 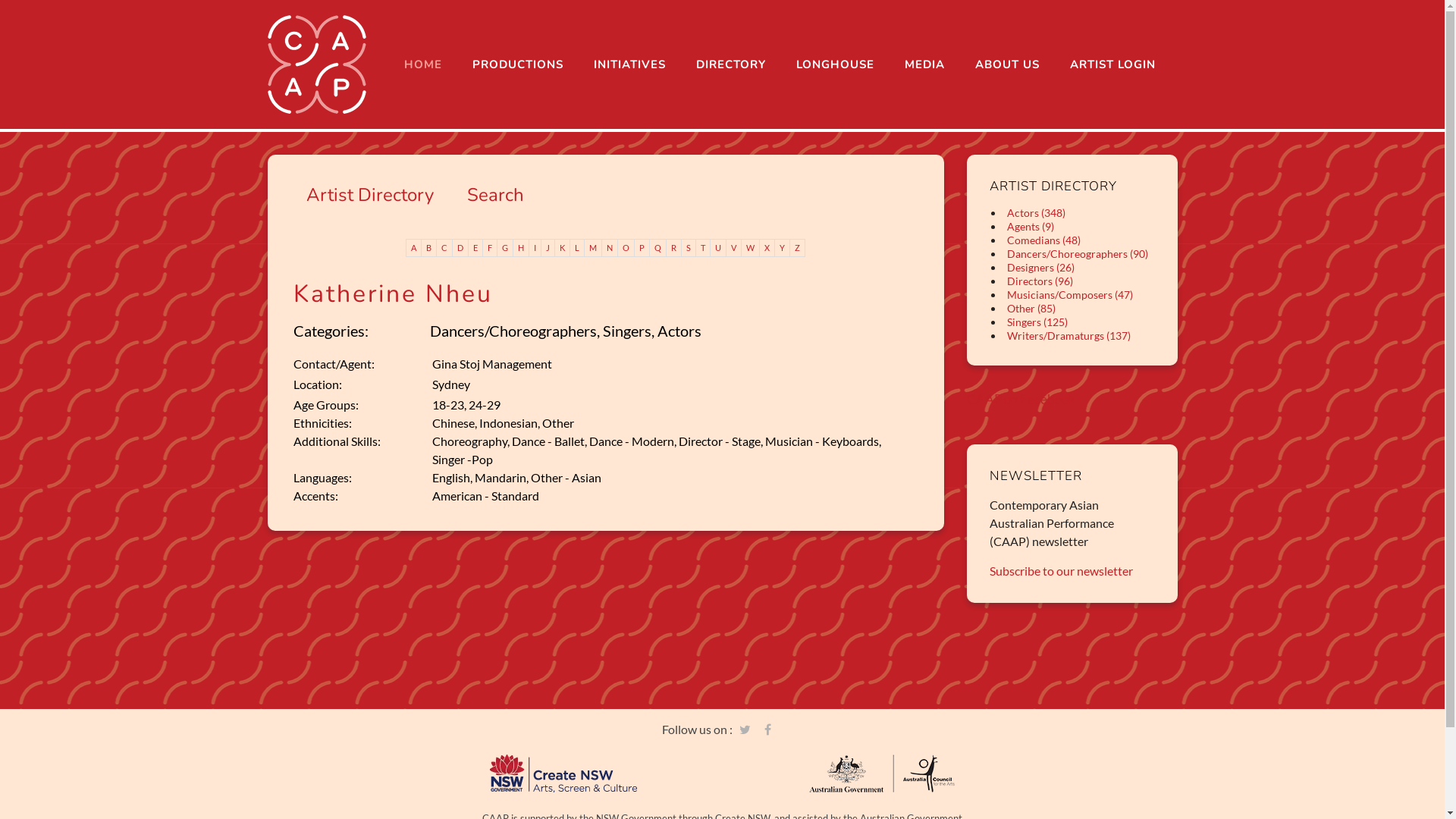 What do you see at coordinates (1040, 266) in the screenshot?
I see `'Designers (26)'` at bounding box center [1040, 266].